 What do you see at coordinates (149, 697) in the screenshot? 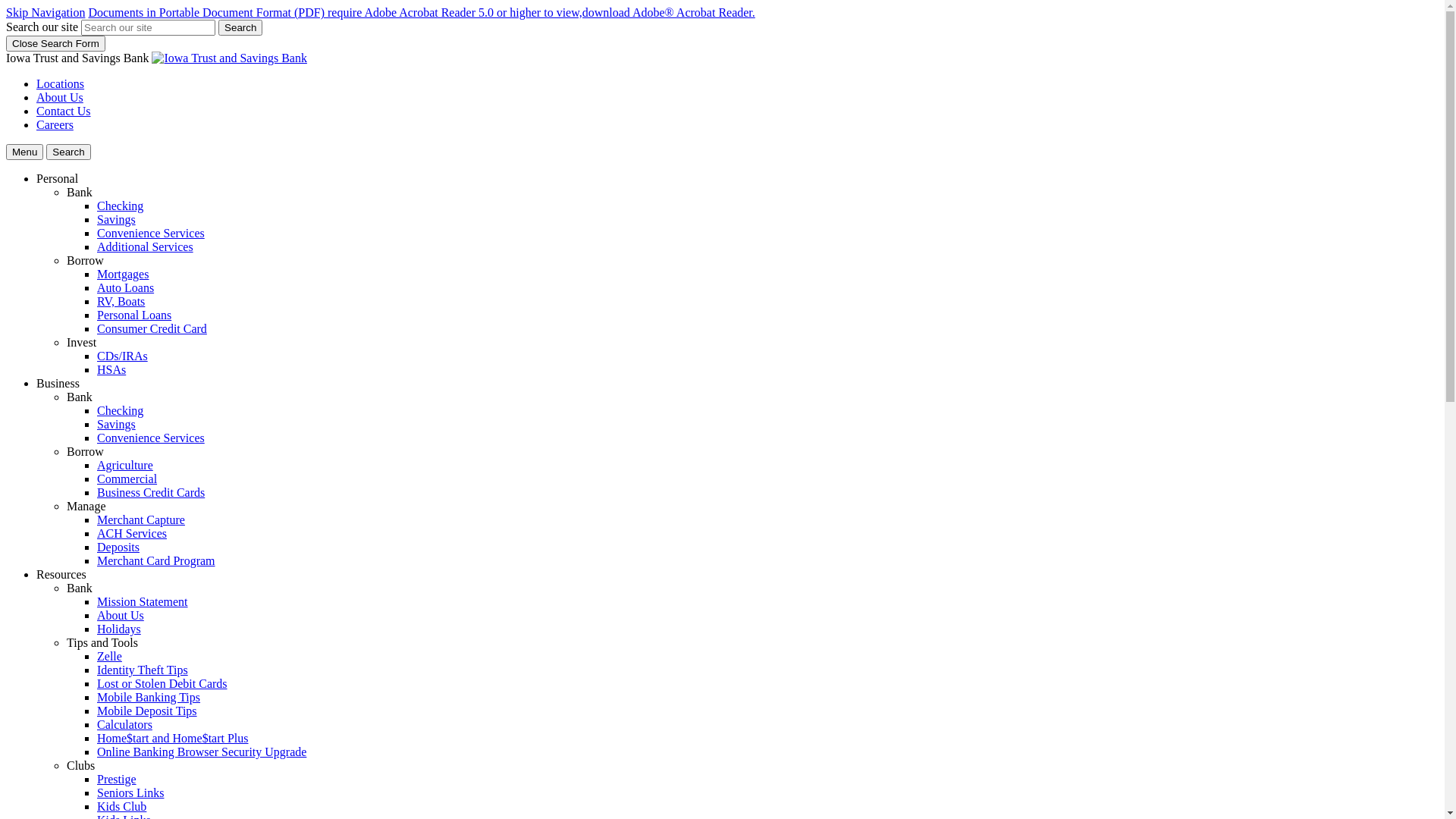
I see `'Mobile Banking Tips'` at bounding box center [149, 697].